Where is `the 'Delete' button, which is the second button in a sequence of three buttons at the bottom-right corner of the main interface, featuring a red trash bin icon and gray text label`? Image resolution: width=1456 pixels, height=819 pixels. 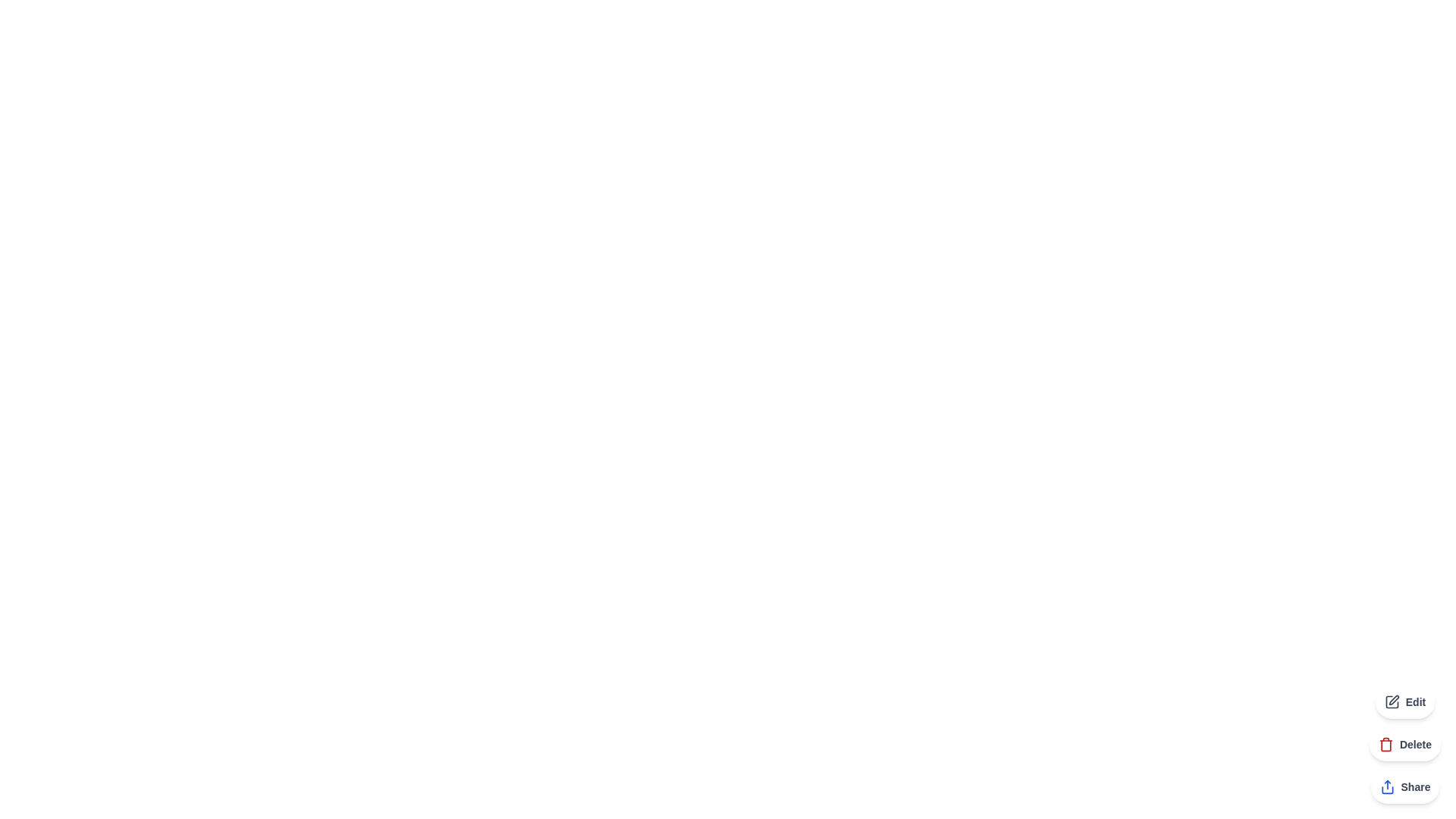
the 'Delete' button, which is the second button in a sequence of three buttons at the bottom-right corner of the main interface, featuring a red trash bin icon and gray text label is located at coordinates (1404, 744).